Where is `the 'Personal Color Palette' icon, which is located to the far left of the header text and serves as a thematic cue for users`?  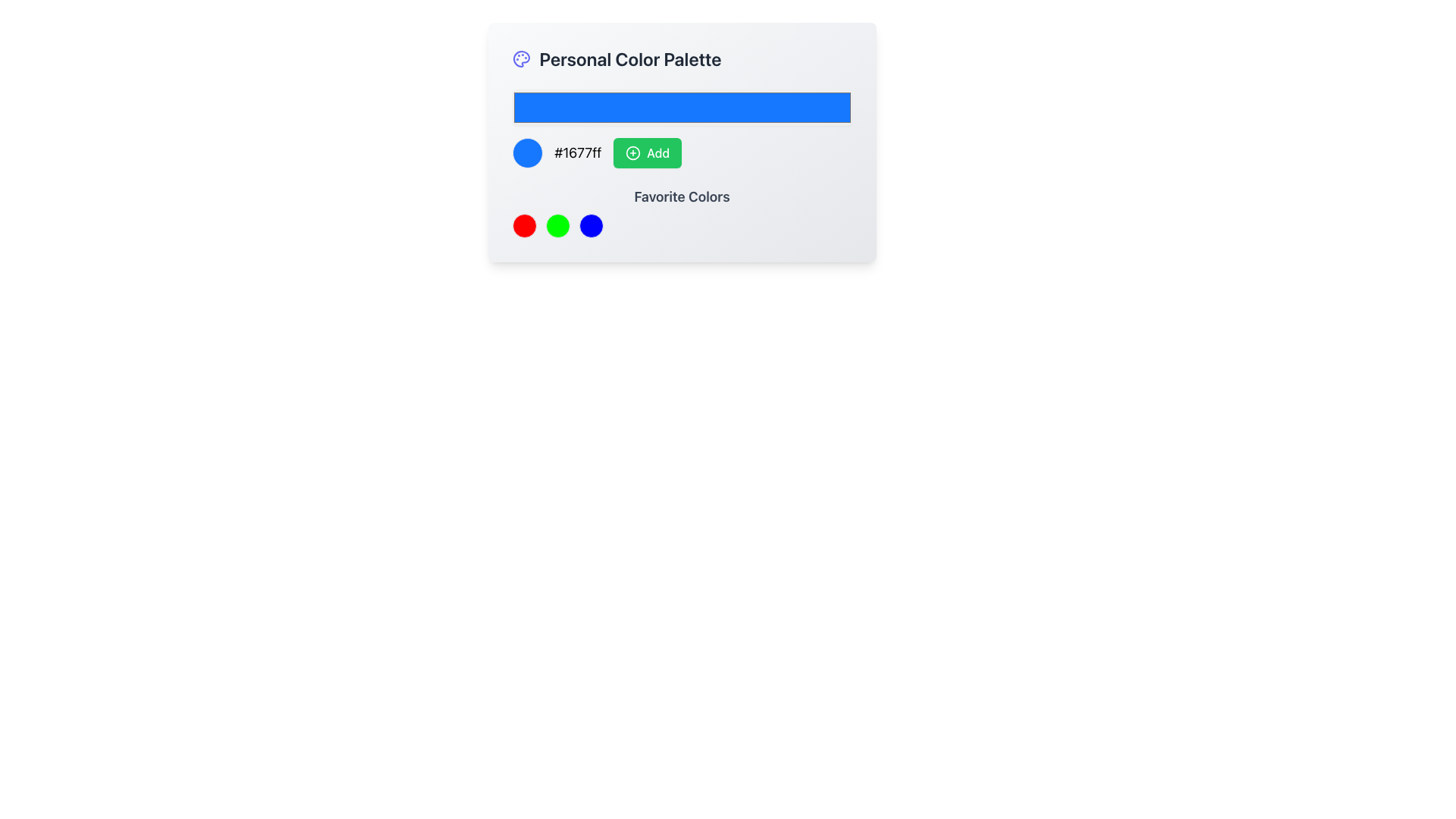
the 'Personal Color Palette' icon, which is located to the far left of the header text and serves as a thematic cue for users is located at coordinates (521, 58).